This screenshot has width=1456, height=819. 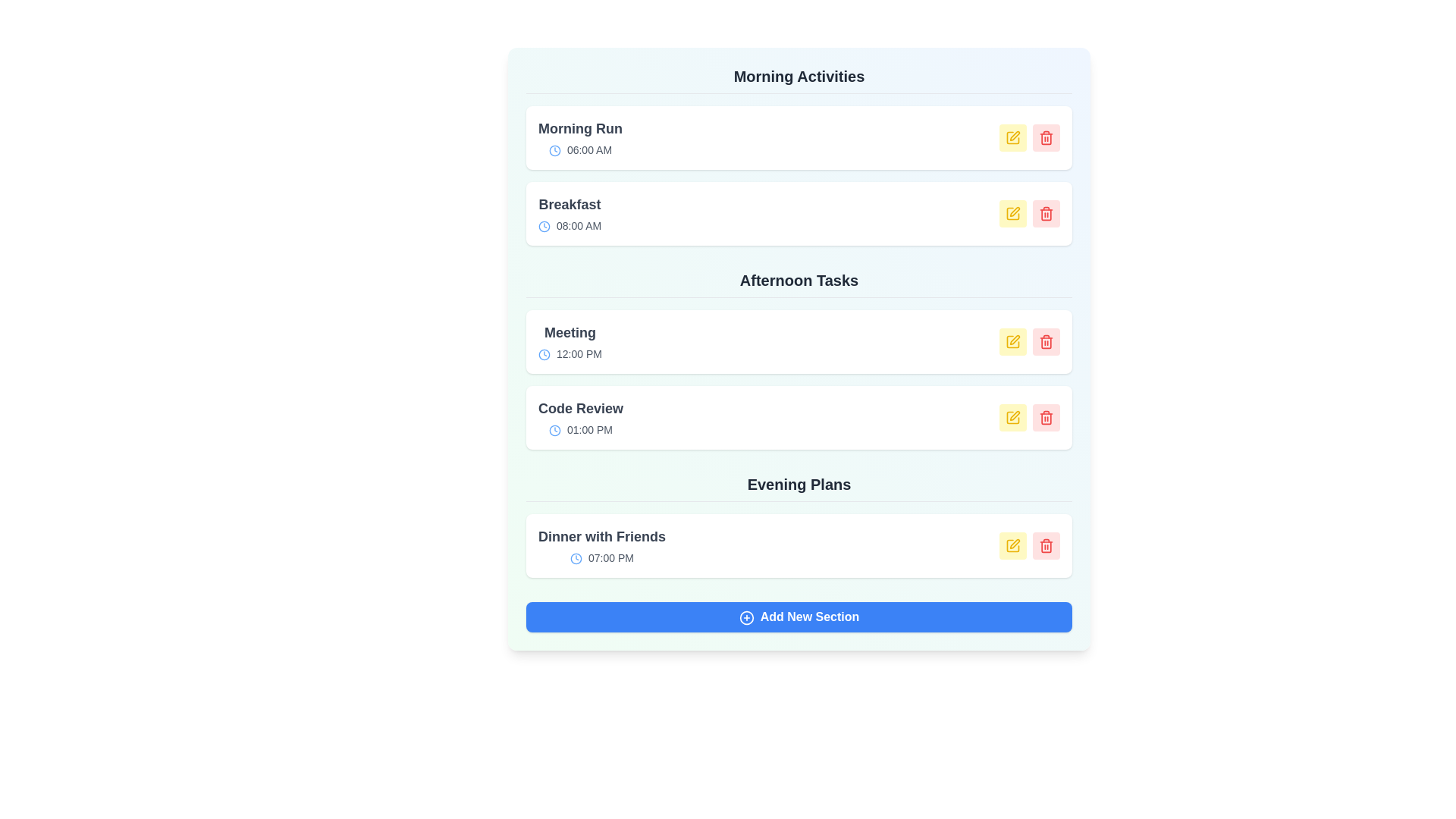 I want to click on delete button for the event Breakfast, so click(x=1046, y=213).